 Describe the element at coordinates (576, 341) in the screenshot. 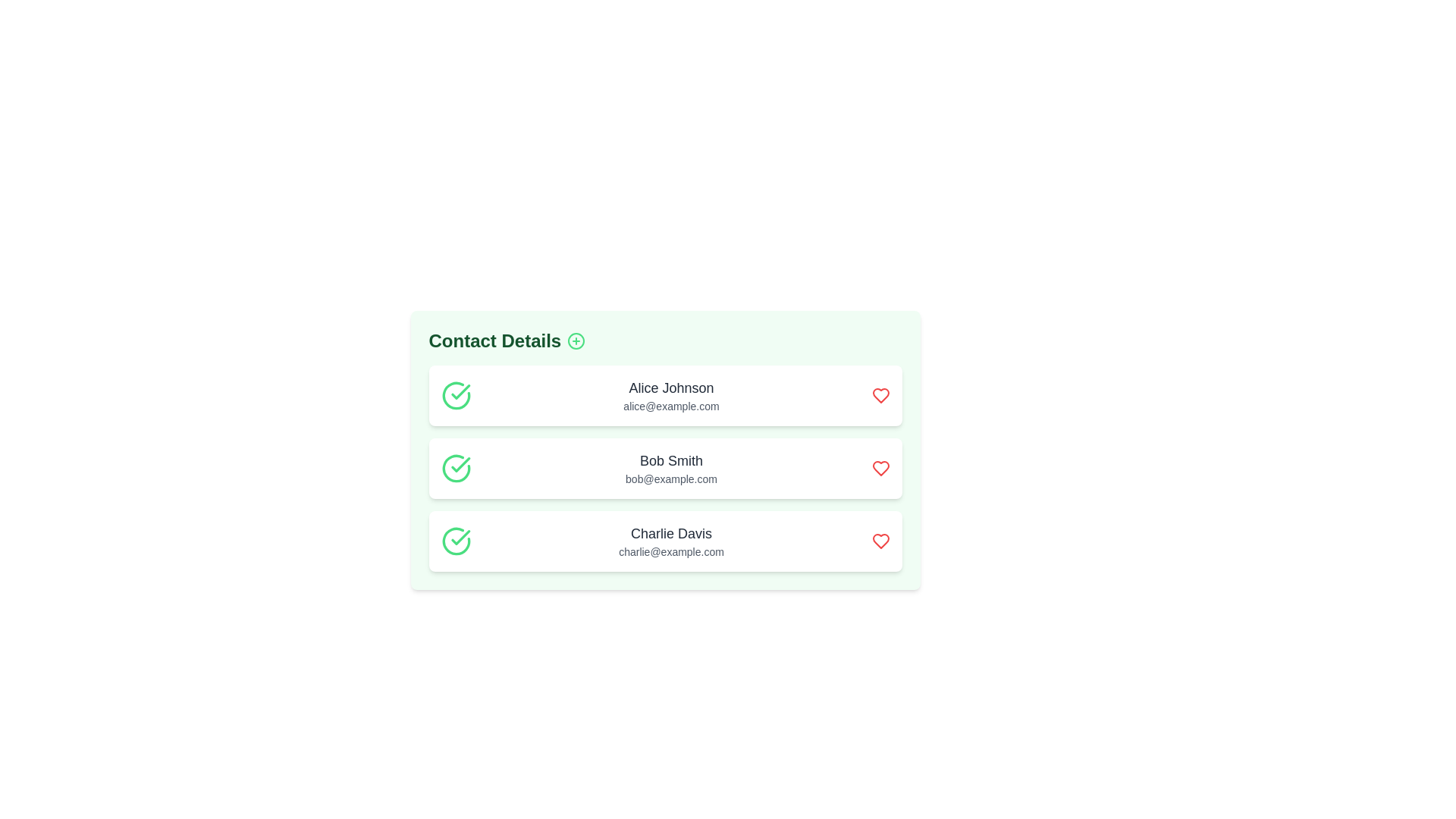

I see `the PlusCircle icon next to the header` at that location.